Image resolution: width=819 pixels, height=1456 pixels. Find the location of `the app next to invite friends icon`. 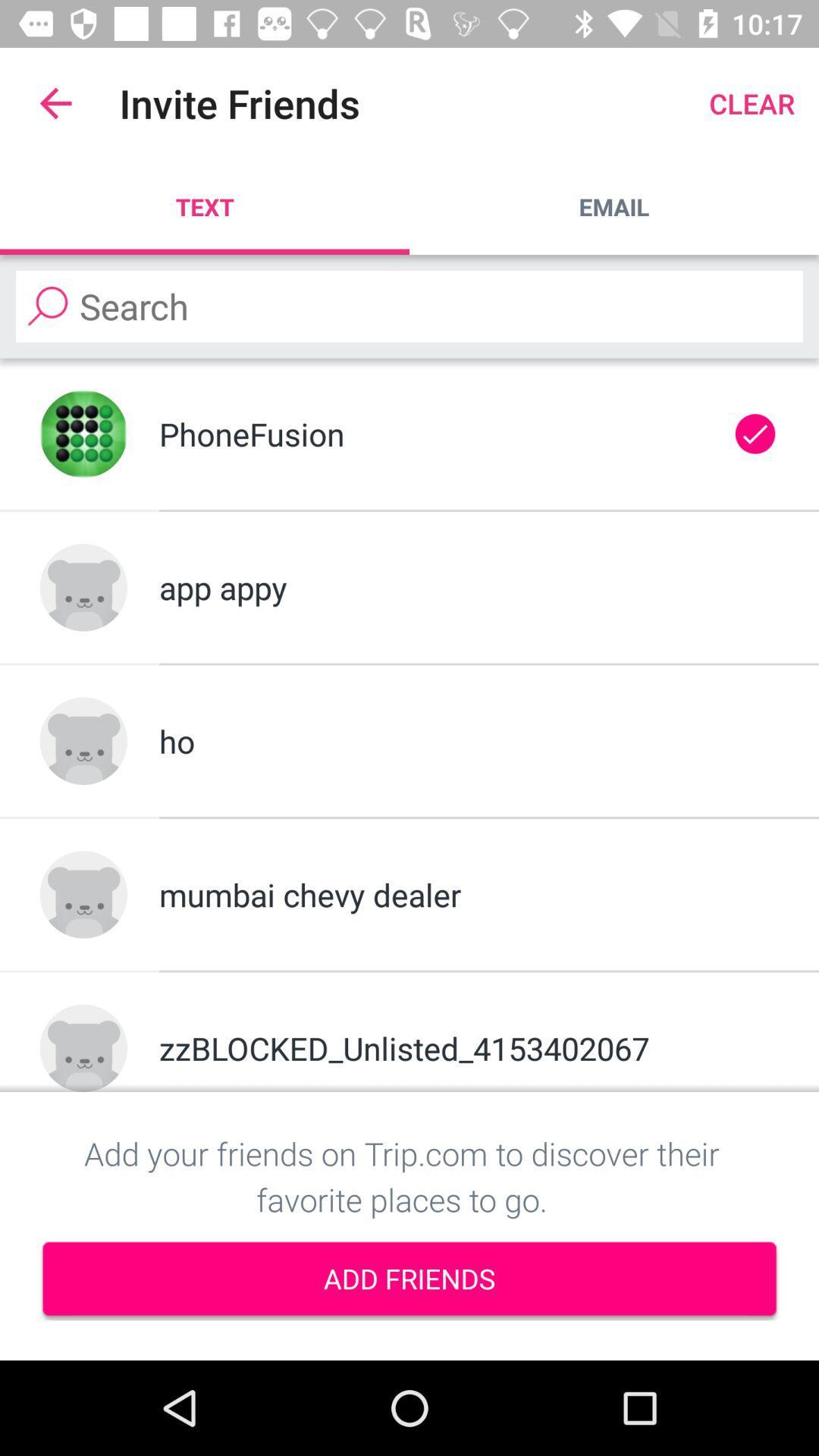

the app next to invite friends icon is located at coordinates (55, 102).